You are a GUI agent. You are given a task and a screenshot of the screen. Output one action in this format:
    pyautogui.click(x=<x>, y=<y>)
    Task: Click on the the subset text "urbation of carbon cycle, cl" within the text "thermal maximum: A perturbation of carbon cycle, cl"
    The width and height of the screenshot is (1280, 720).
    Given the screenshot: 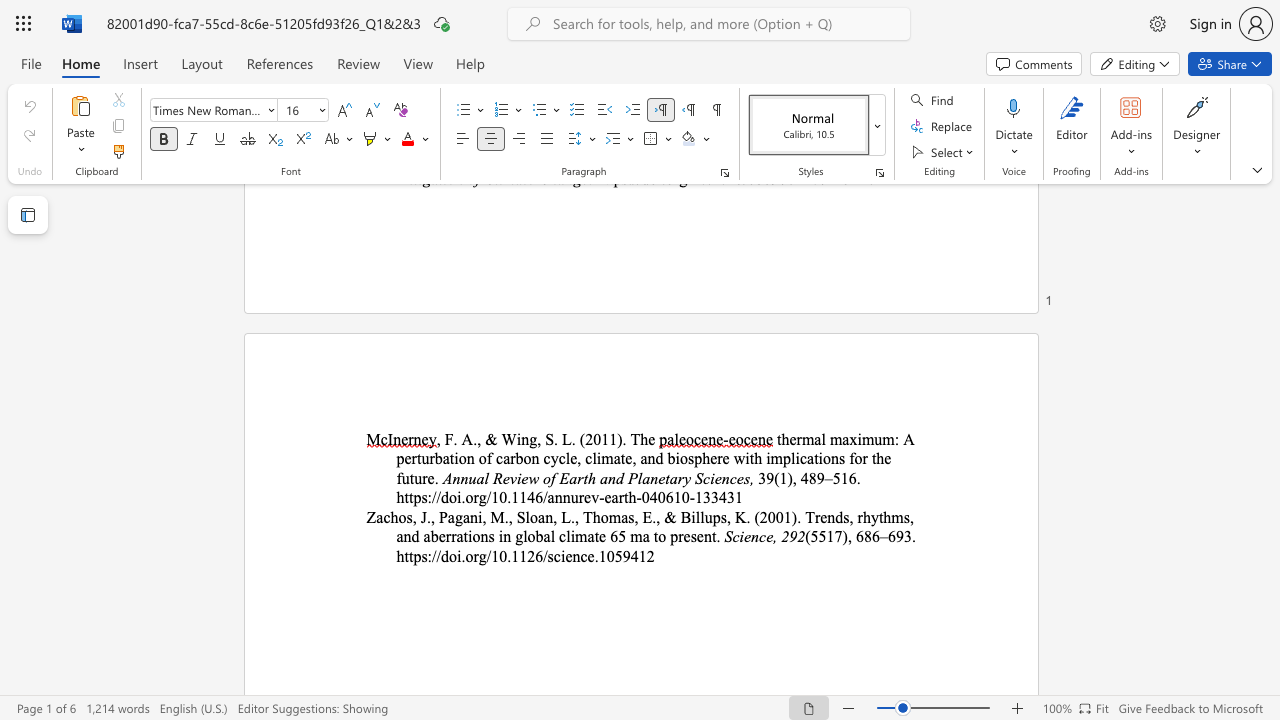 What is the action you would take?
    pyautogui.click(x=420, y=458)
    